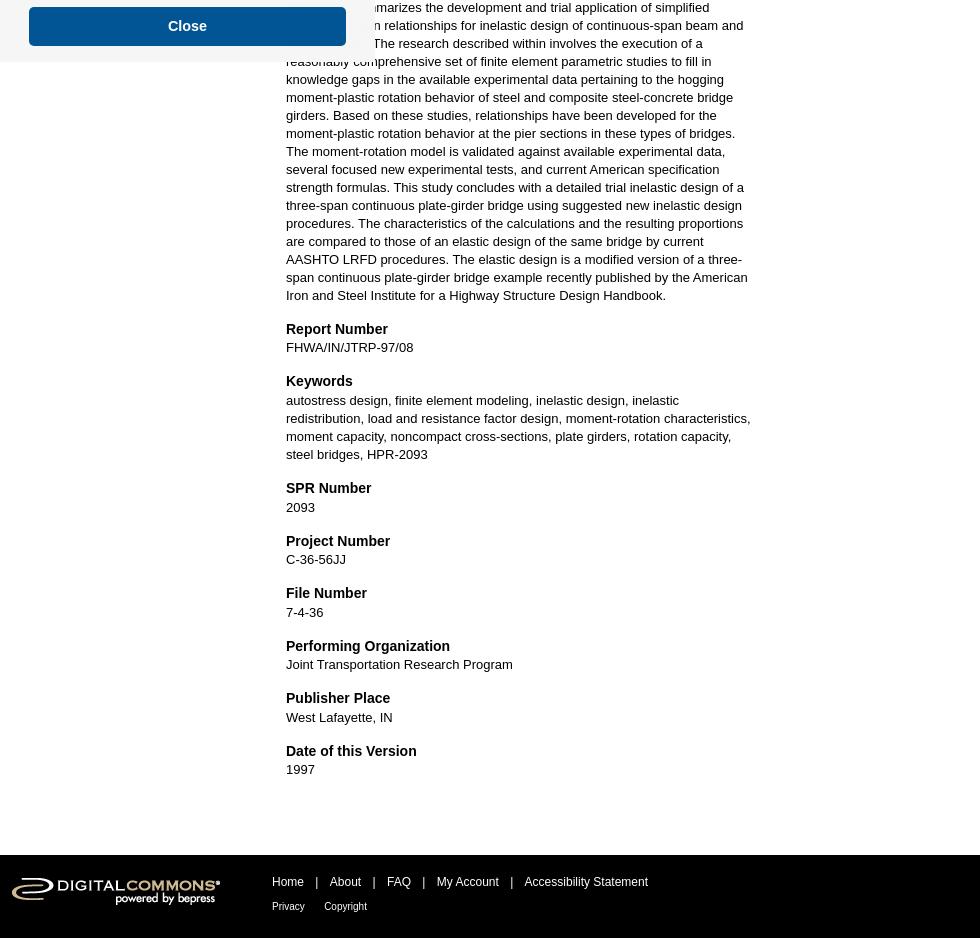 This screenshot has width=980, height=938. What do you see at coordinates (288, 882) in the screenshot?
I see `'Home'` at bounding box center [288, 882].